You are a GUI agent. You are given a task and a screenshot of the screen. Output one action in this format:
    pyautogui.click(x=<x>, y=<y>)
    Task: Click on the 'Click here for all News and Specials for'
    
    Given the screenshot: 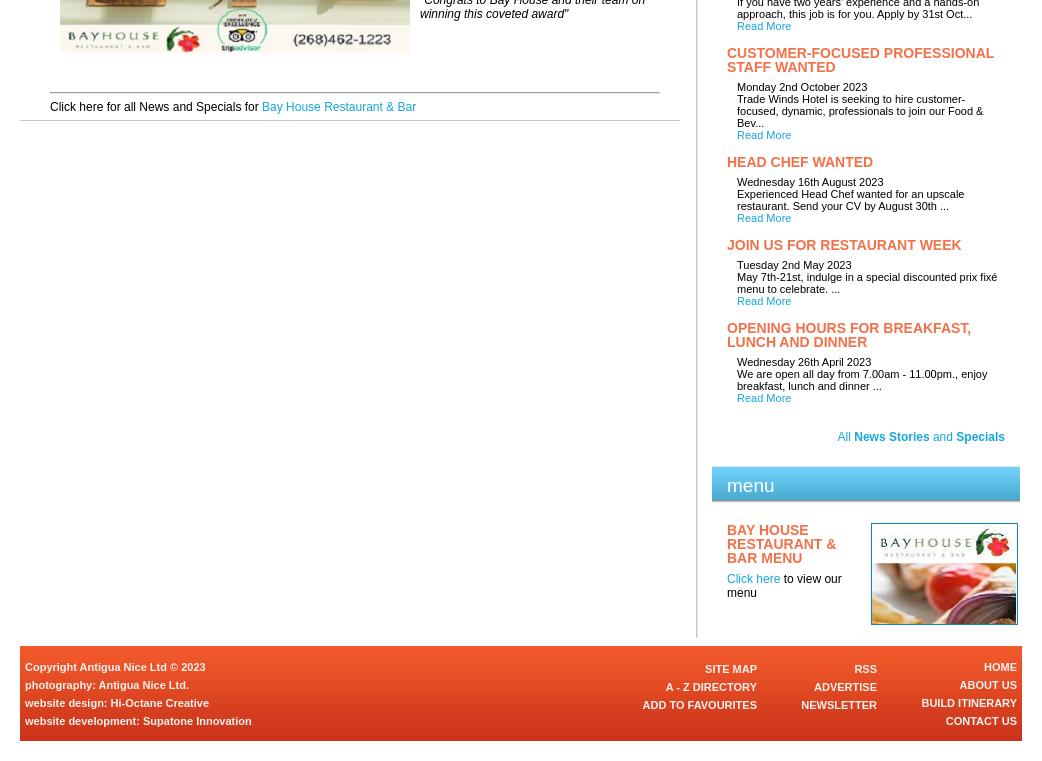 What is the action you would take?
    pyautogui.click(x=49, y=106)
    